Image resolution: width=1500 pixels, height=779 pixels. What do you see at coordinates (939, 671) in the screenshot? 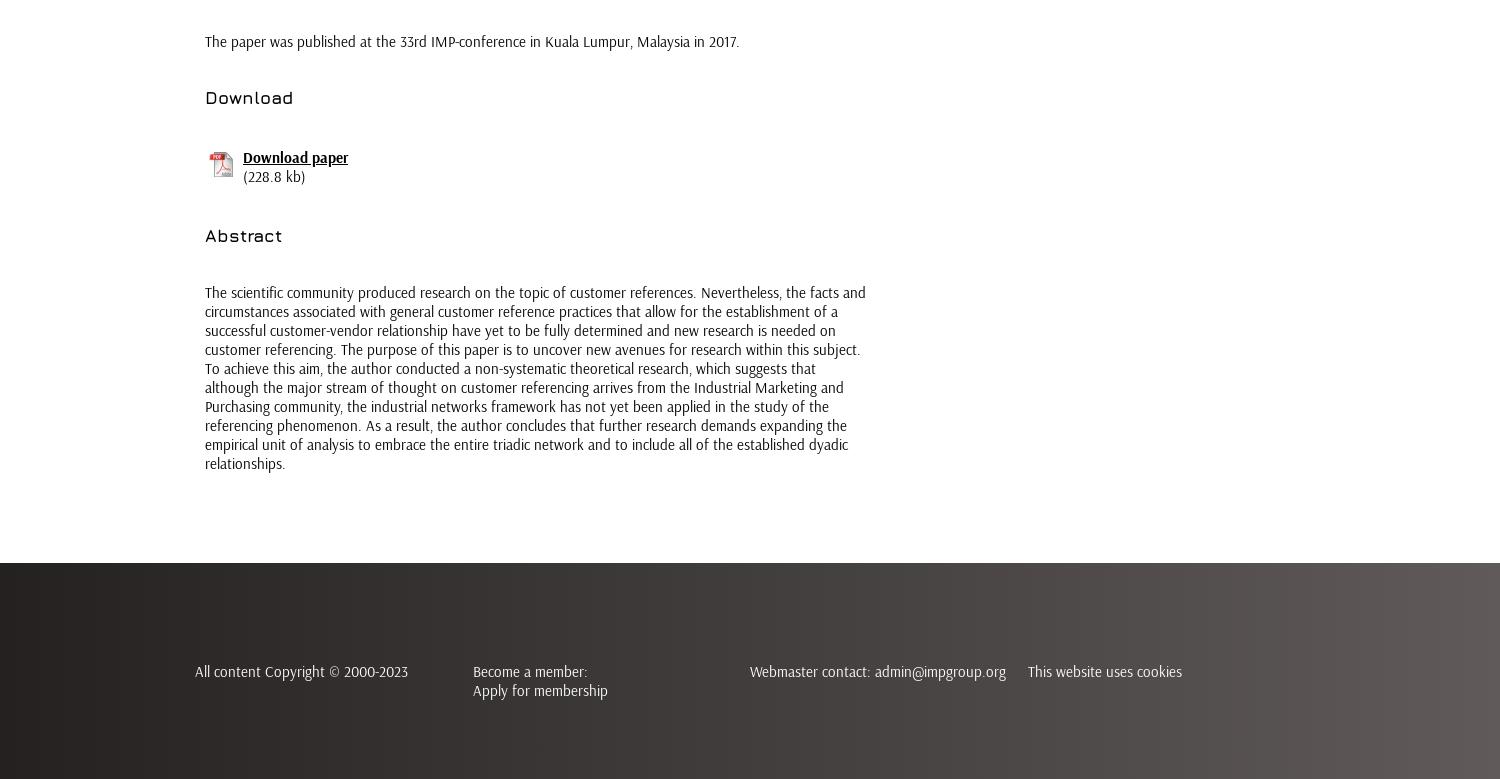
I see `'admin@impgroup.org'` at bounding box center [939, 671].